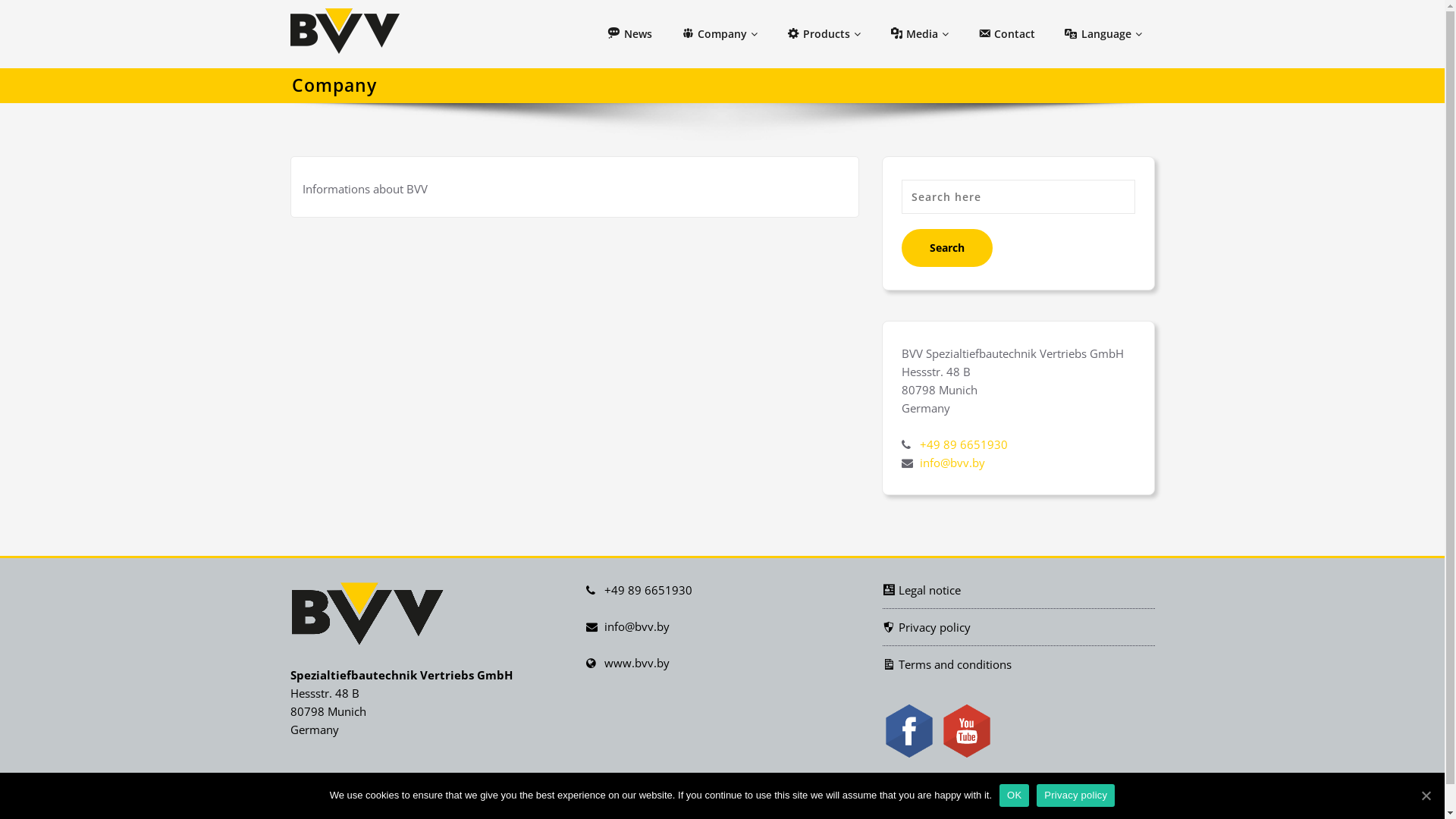 The image size is (1456, 819). What do you see at coordinates (916, 34) in the screenshot?
I see `'Media'` at bounding box center [916, 34].